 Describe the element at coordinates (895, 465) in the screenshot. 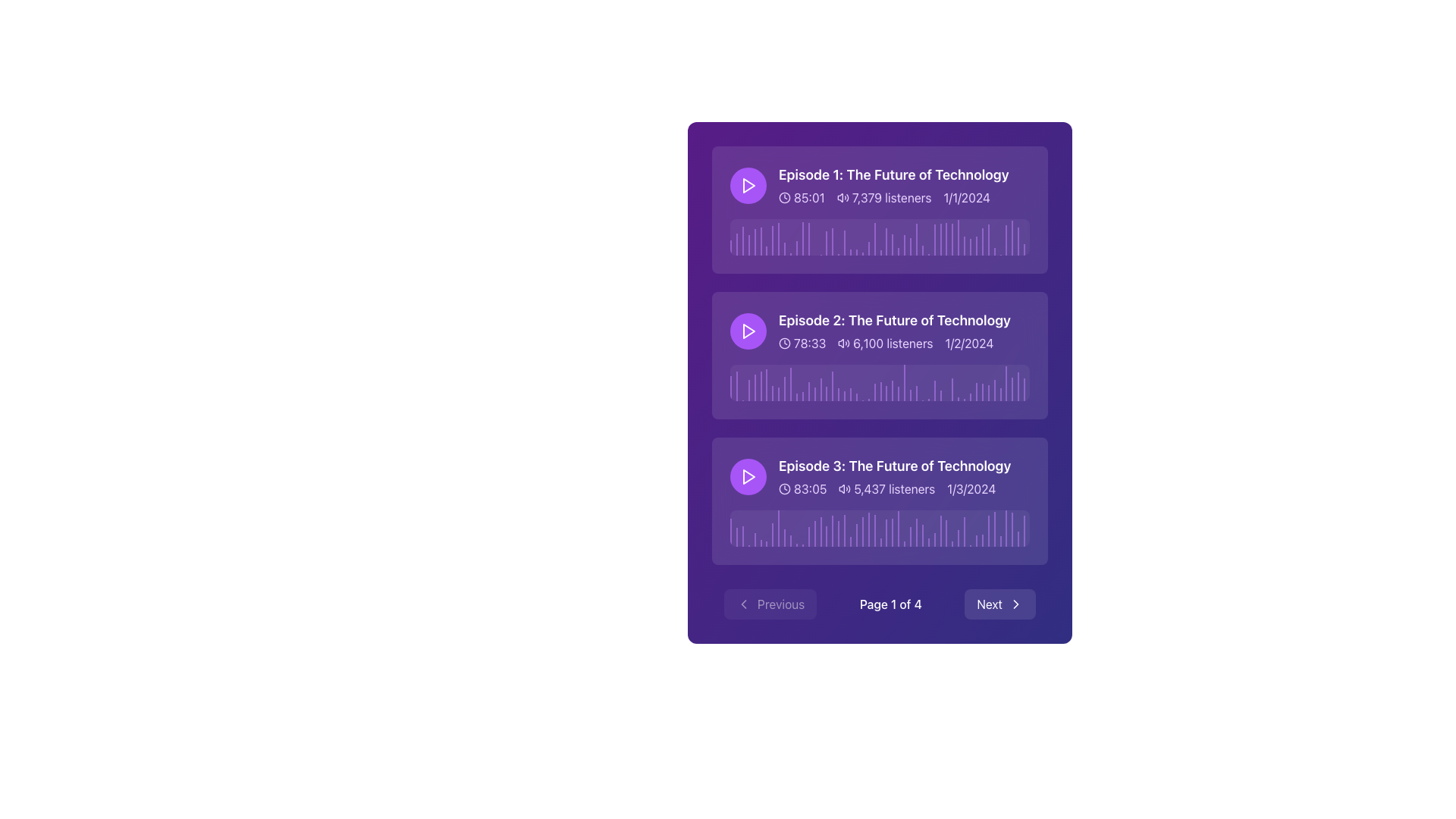

I see `the text label that serves as the title for the third episode item in the list, which is styled as a prominent title` at that location.